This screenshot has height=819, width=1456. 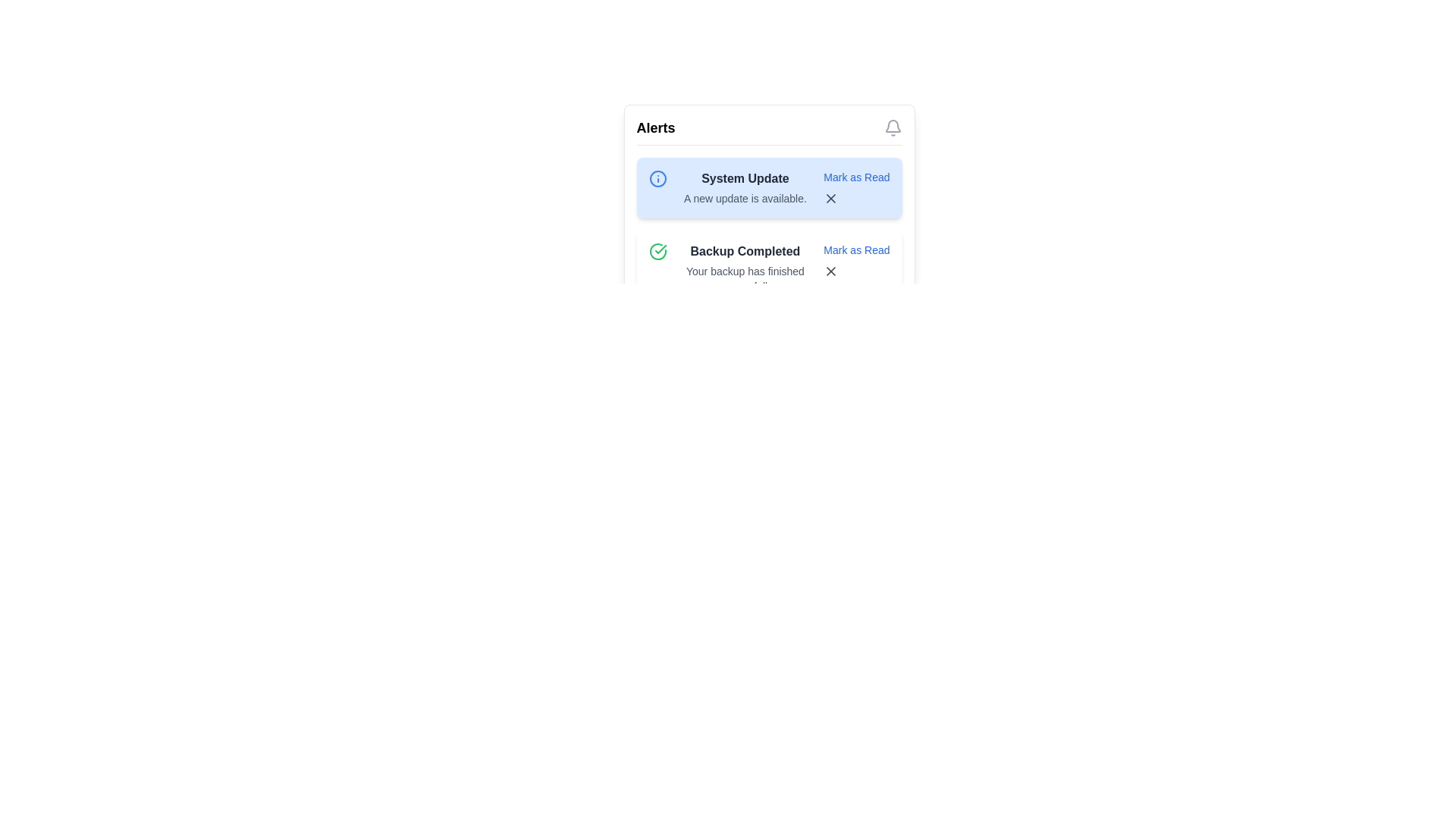 I want to click on the circular information icon with an 'i' character, which is vibrant blue and located at the far left of the notification card displaying 'System Update' and 'A new update is available.', so click(x=664, y=177).